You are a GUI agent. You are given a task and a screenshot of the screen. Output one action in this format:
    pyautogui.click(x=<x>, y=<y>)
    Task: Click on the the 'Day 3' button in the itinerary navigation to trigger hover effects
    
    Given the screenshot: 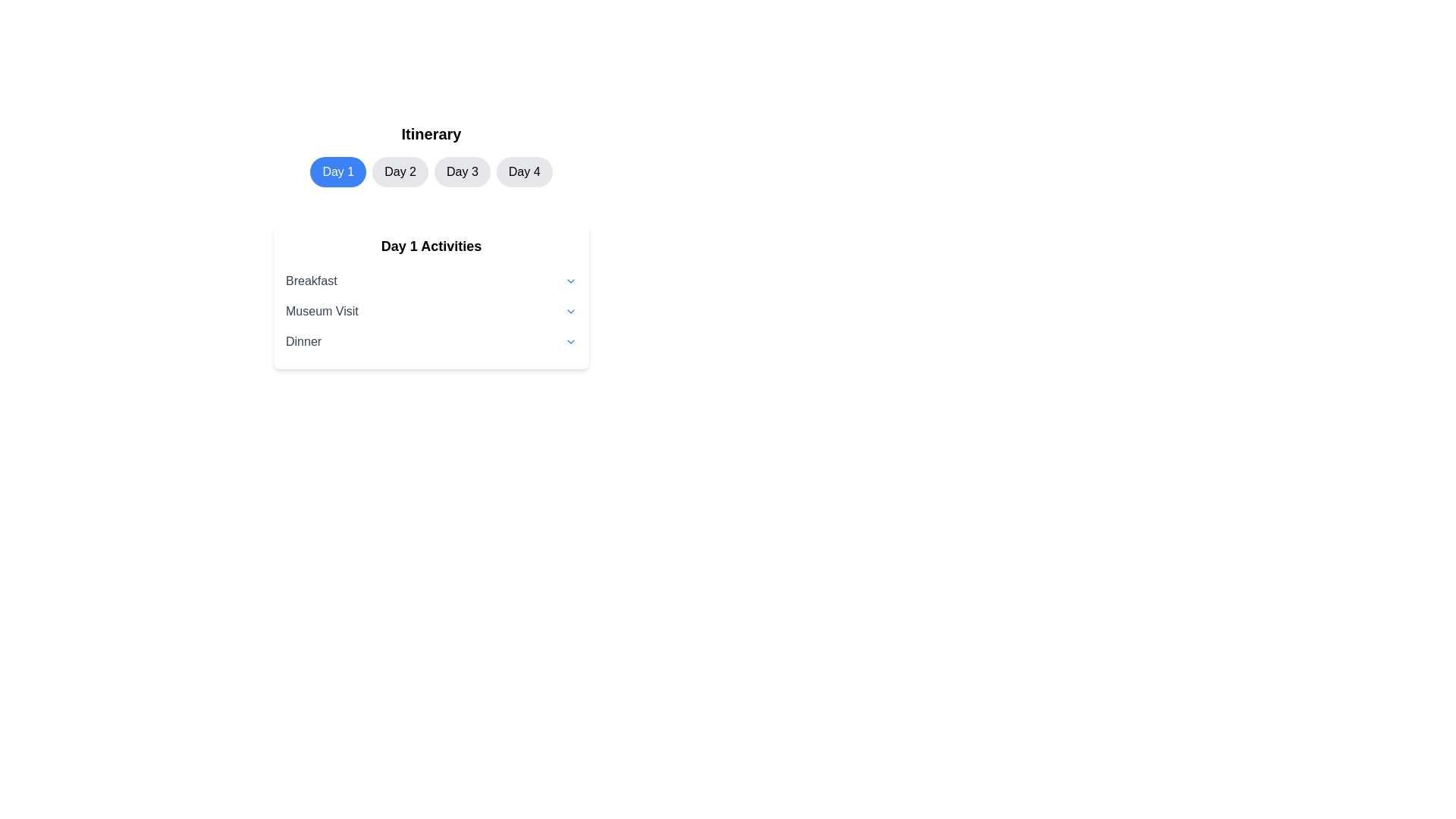 What is the action you would take?
    pyautogui.click(x=461, y=171)
    